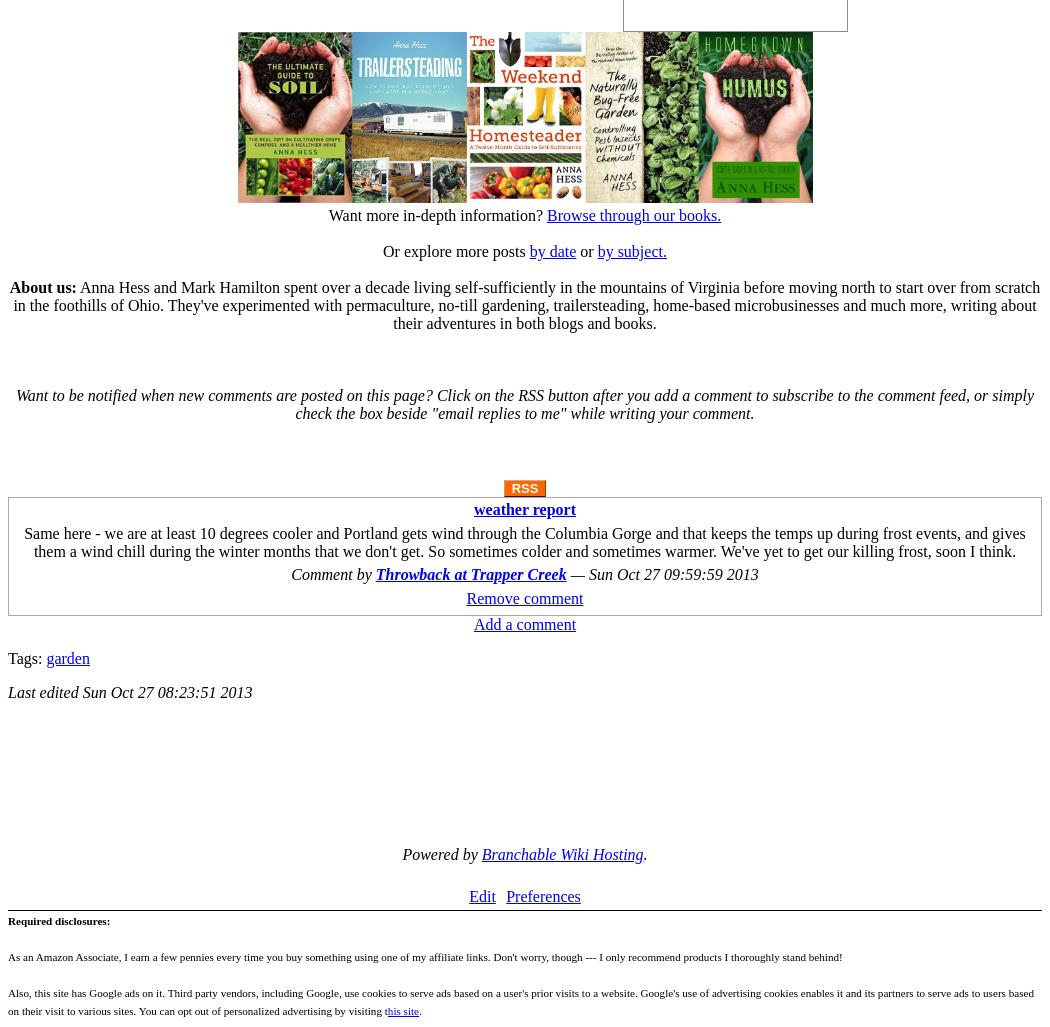 This screenshot has width=1050, height=1027. What do you see at coordinates (470, 573) in the screenshot?
I see `'Throwback at Trapper Creek'` at bounding box center [470, 573].